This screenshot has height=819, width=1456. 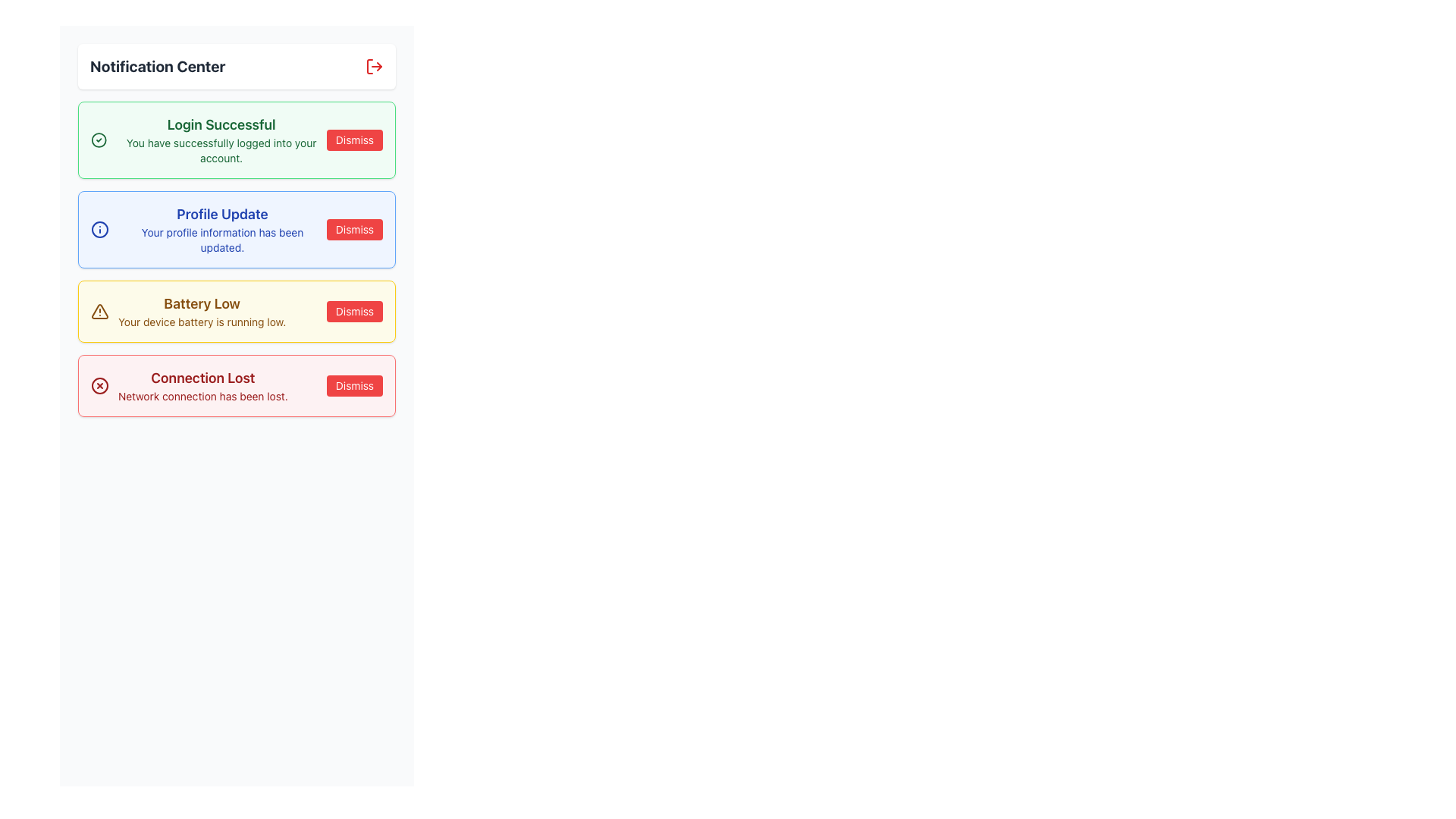 What do you see at coordinates (99, 385) in the screenshot?
I see `the 'Connection Lost' warning icon located at the bottom of the notification list, positioned to the left of the text` at bounding box center [99, 385].